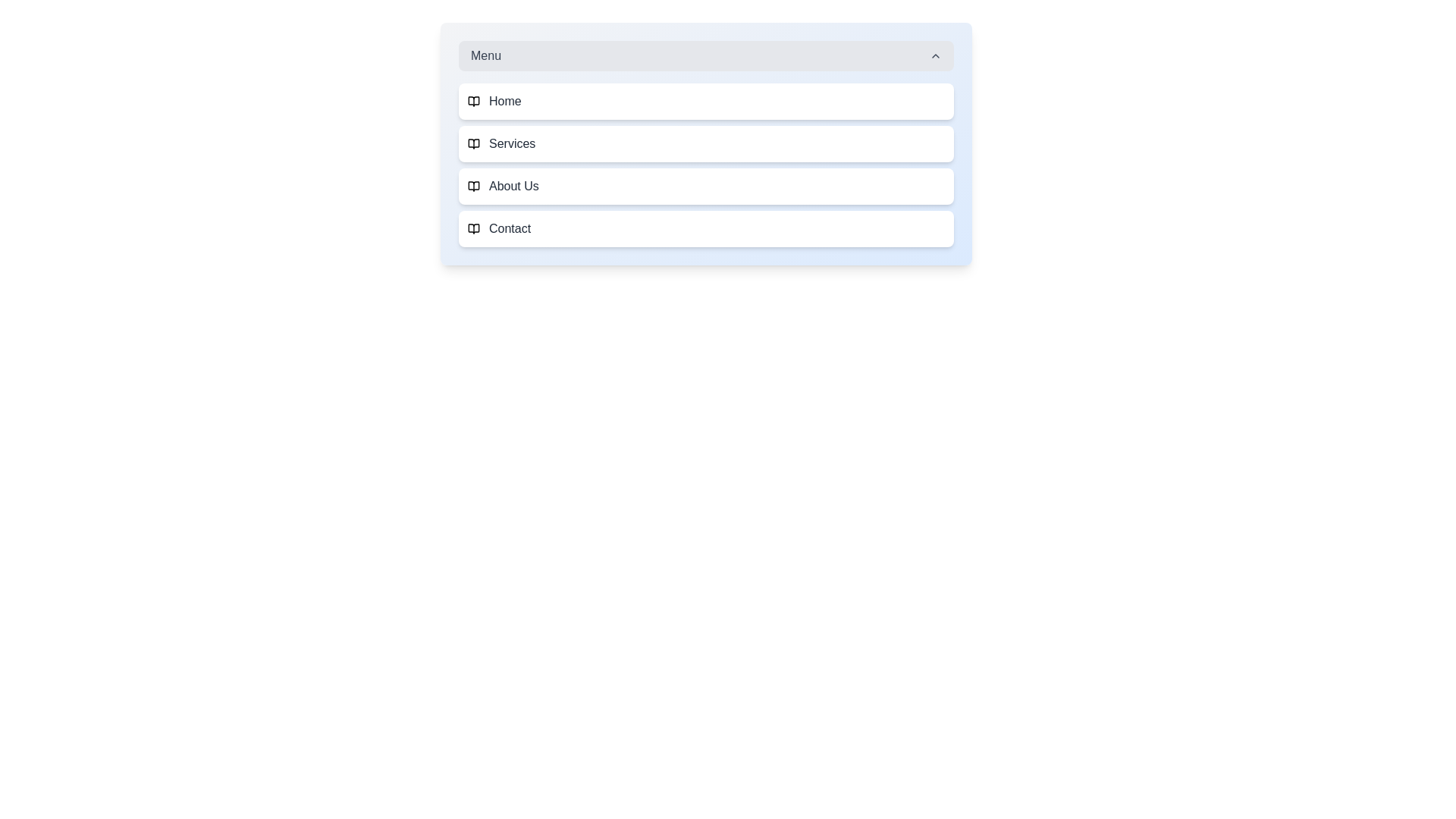 Image resolution: width=1456 pixels, height=819 pixels. What do you see at coordinates (510, 228) in the screenshot?
I see `the 'Contact' text label, which is the fourth item in a vertical list of menu options, positioned below 'Home,' 'Services,' and 'About Us'` at bounding box center [510, 228].